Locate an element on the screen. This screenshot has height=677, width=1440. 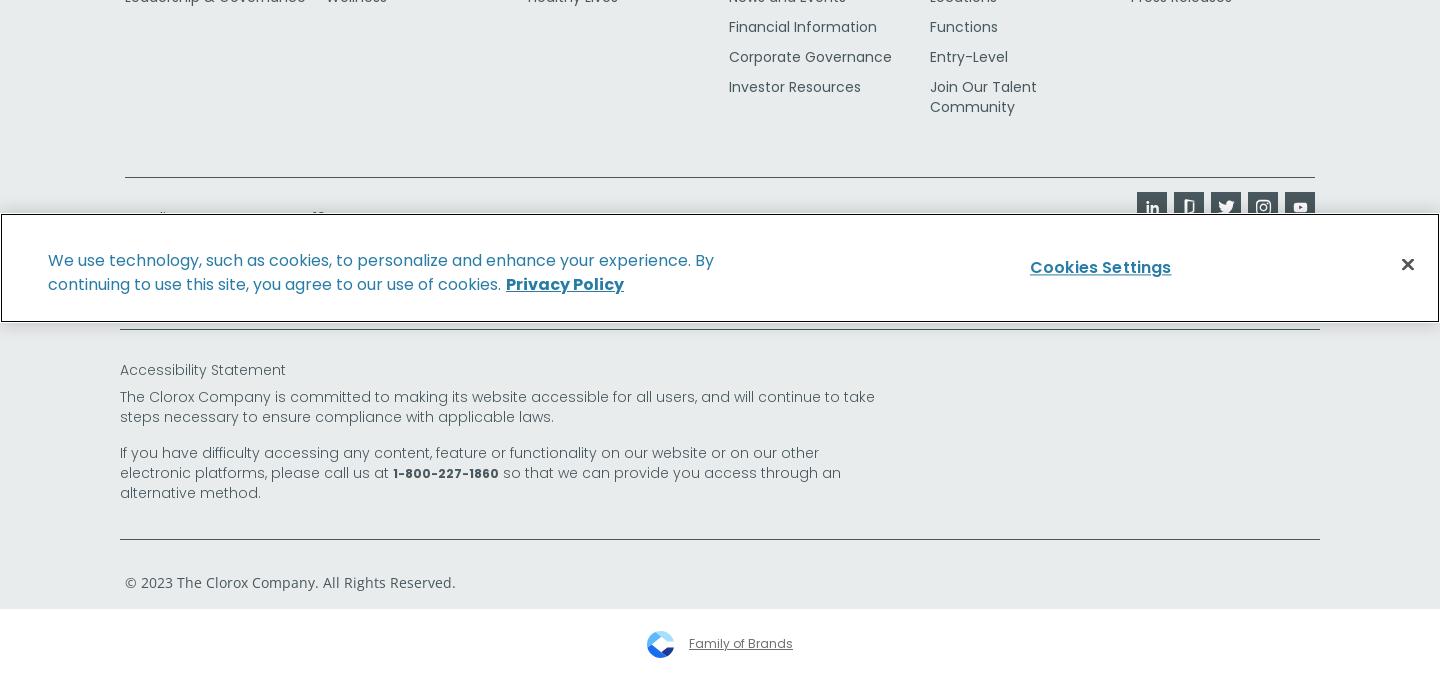
'CA Transparency in Supply Chains Act' is located at coordinates (248, 254).